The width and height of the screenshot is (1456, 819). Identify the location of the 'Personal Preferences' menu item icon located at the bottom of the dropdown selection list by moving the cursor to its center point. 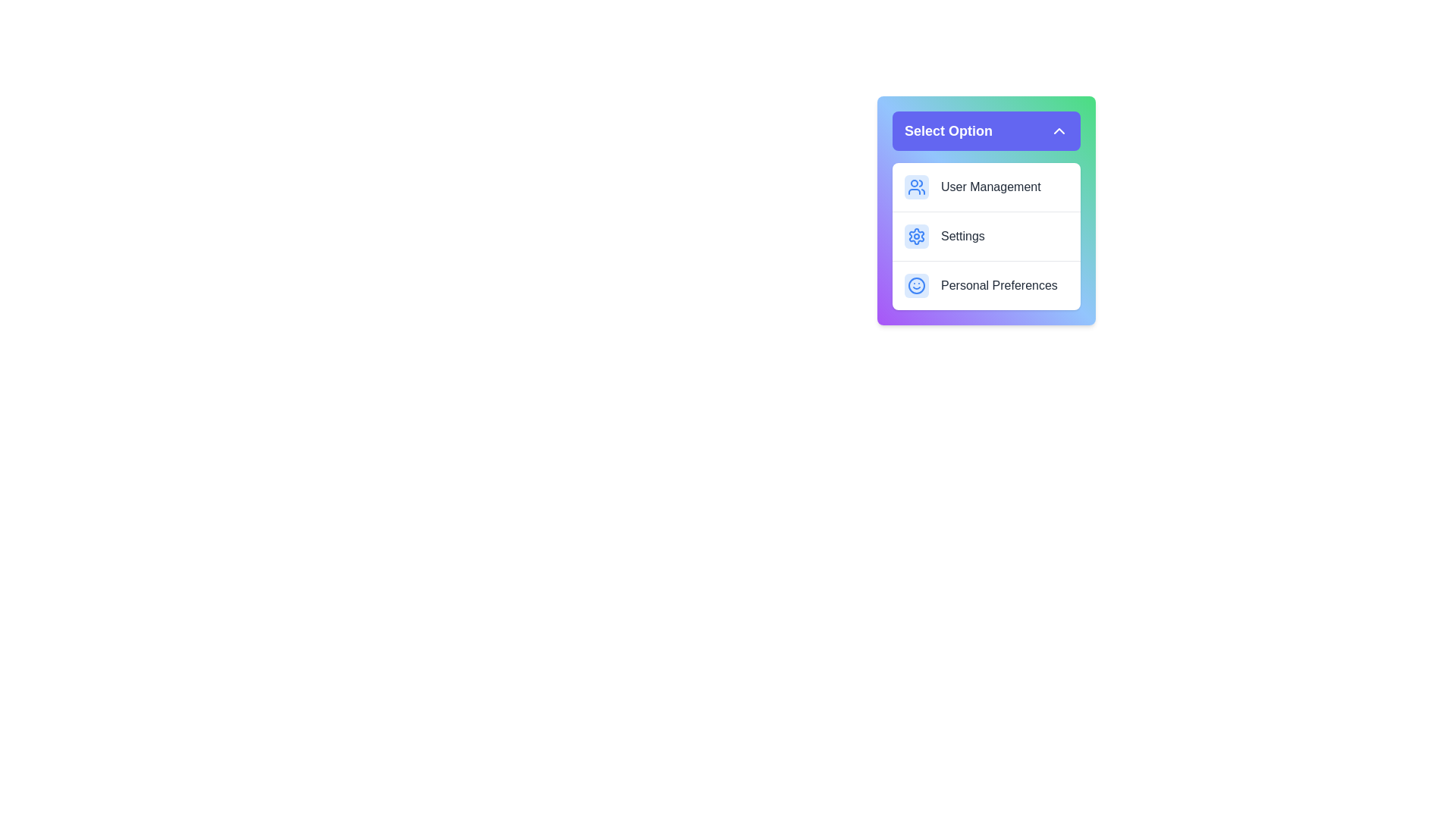
(916, 286).